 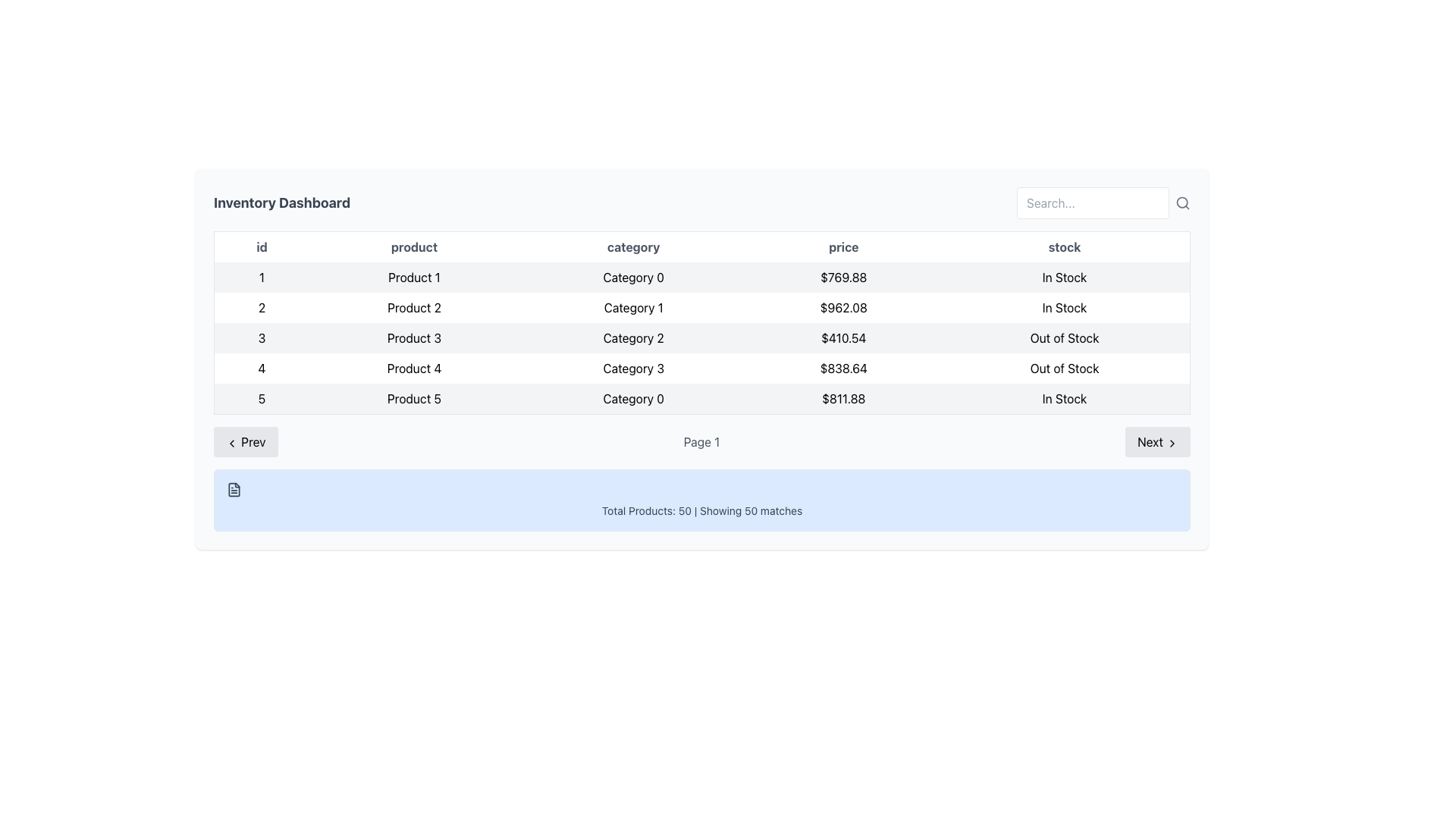 I want to click on the price text element displaying $769.88, located in the first row of the table, between 'Category 0' and 'In Stock', so click(x=843, y=278).